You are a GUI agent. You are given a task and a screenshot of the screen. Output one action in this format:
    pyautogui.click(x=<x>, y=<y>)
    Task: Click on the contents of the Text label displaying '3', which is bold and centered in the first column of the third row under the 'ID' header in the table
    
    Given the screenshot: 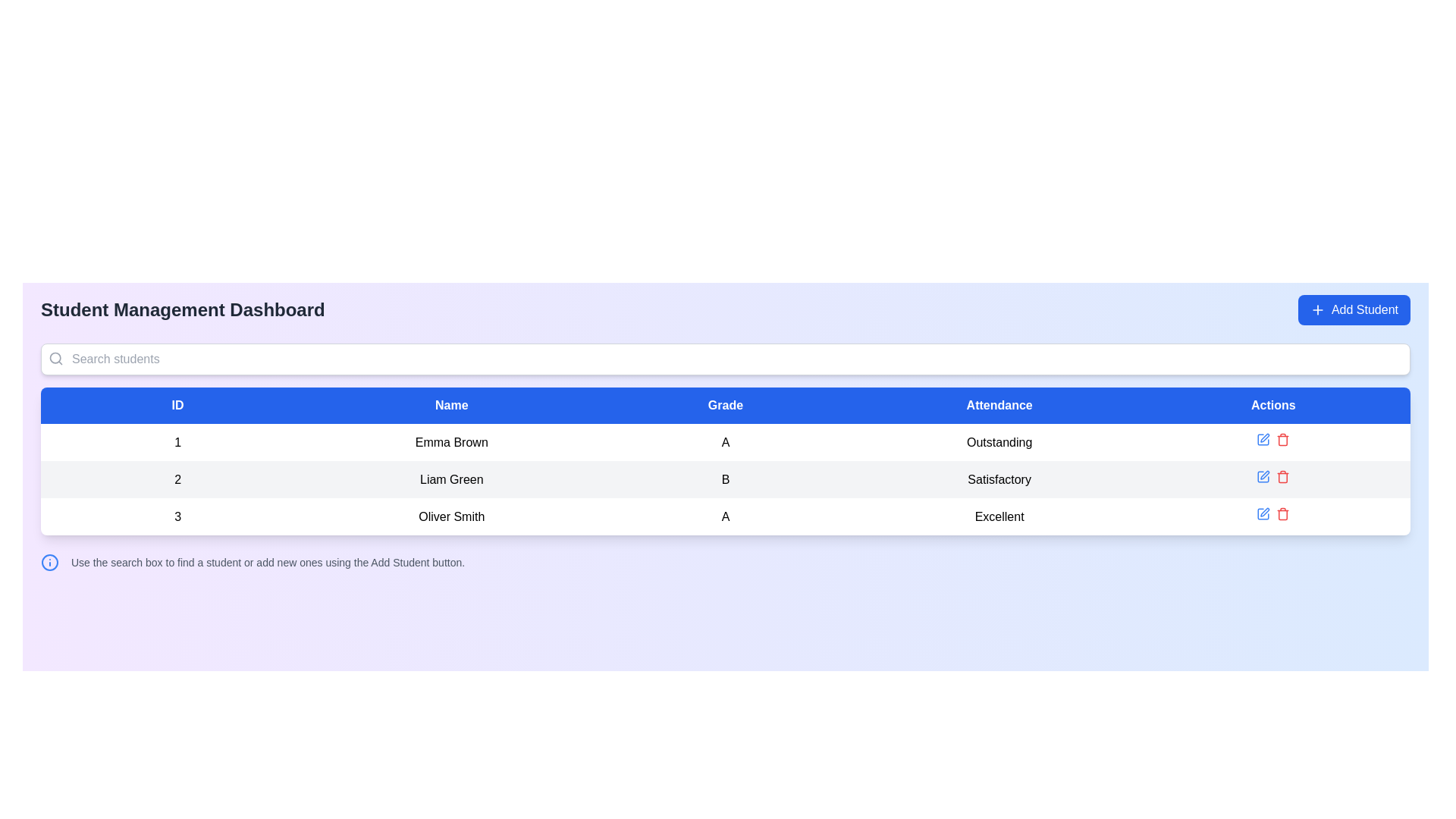 What is the action you would take?
    pyautogui.click(x=177, y=516)
    